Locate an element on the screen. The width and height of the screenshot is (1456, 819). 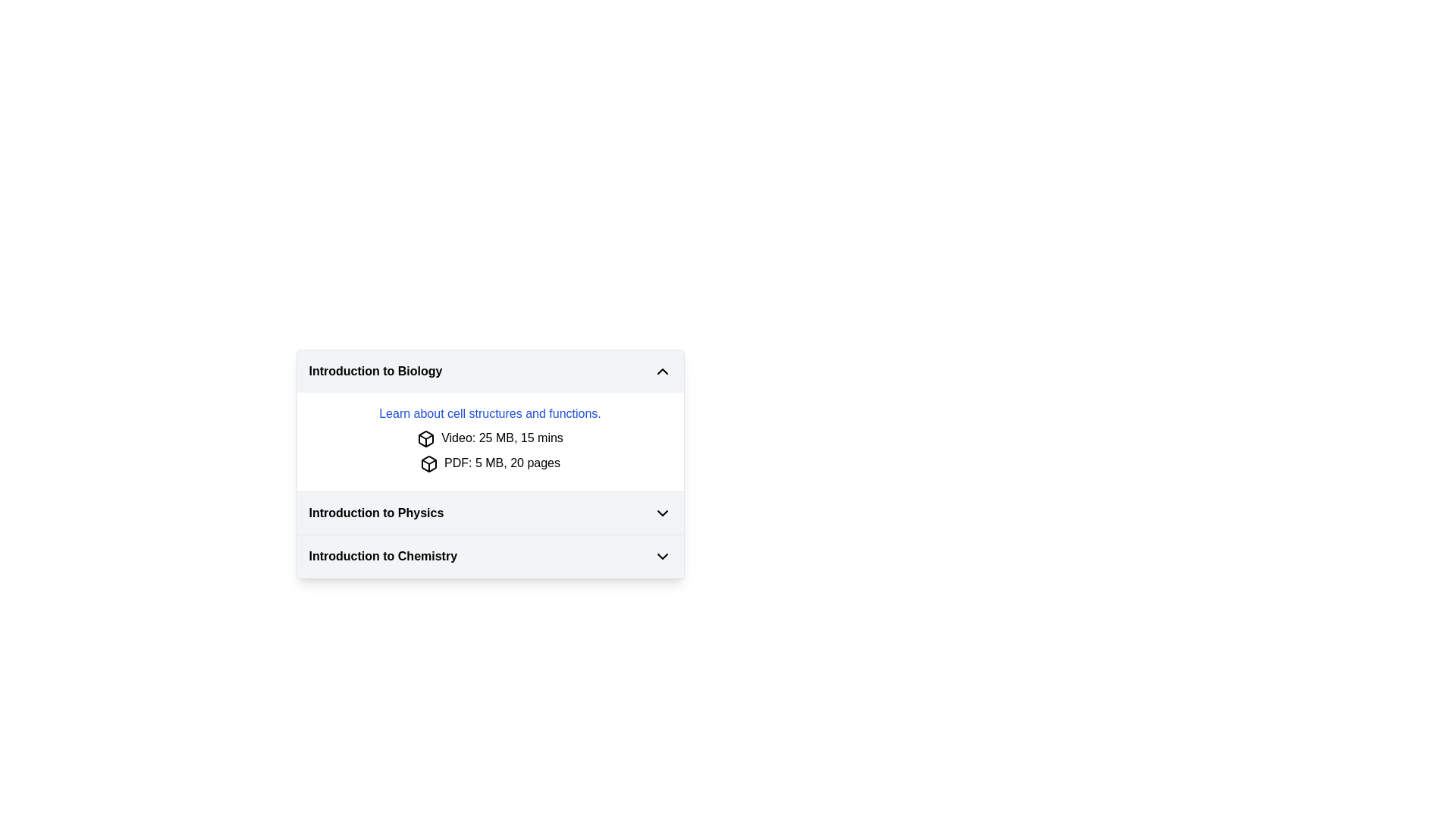
the upward-facing black chevron icon toggle button located to the far right of the 'Introduction to Biology' section header is located at coordinates (662, 371).